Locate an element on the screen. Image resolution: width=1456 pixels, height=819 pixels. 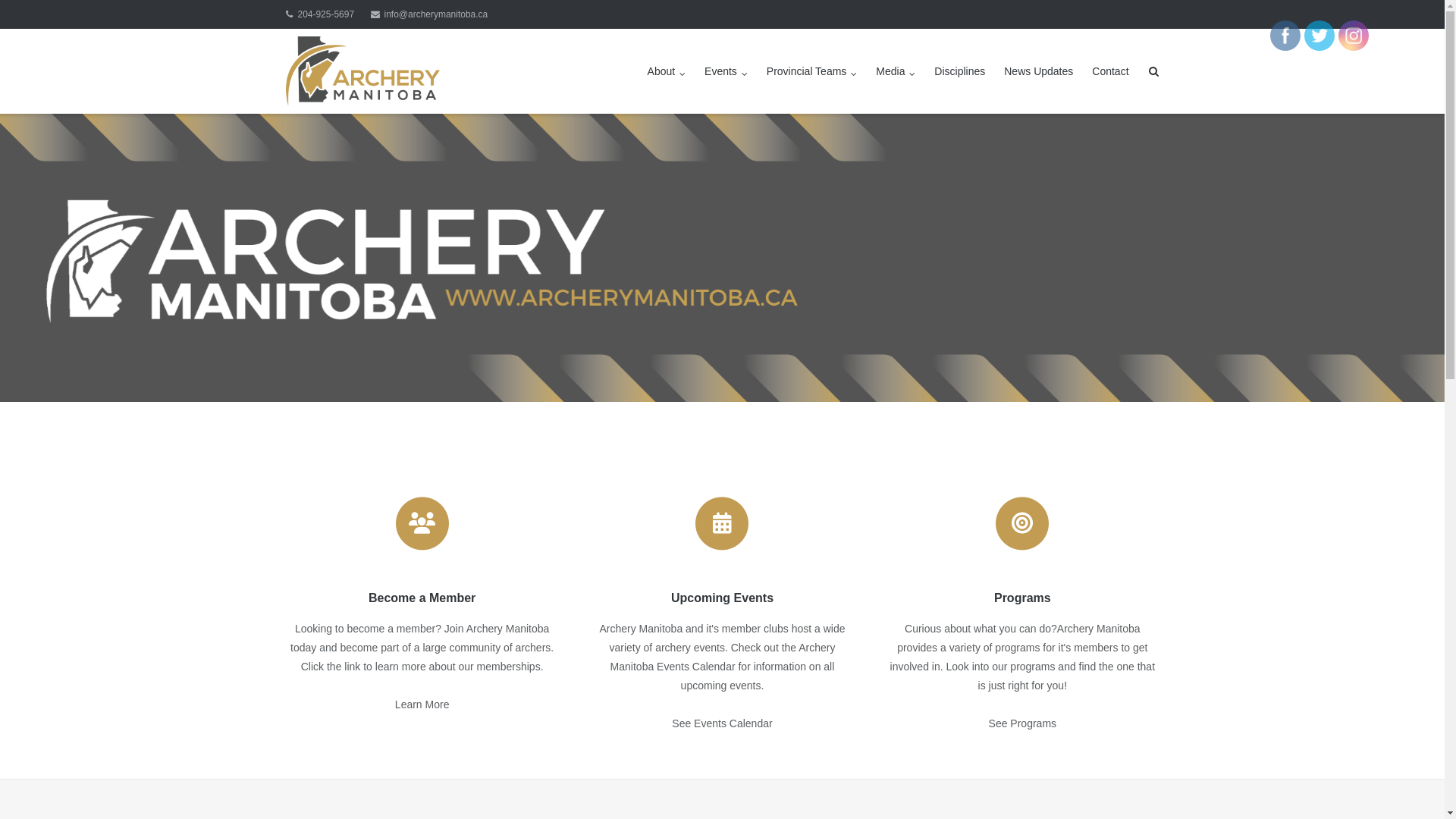
'info@archerymanitoba.ca' is located at coordinates (428, 14).